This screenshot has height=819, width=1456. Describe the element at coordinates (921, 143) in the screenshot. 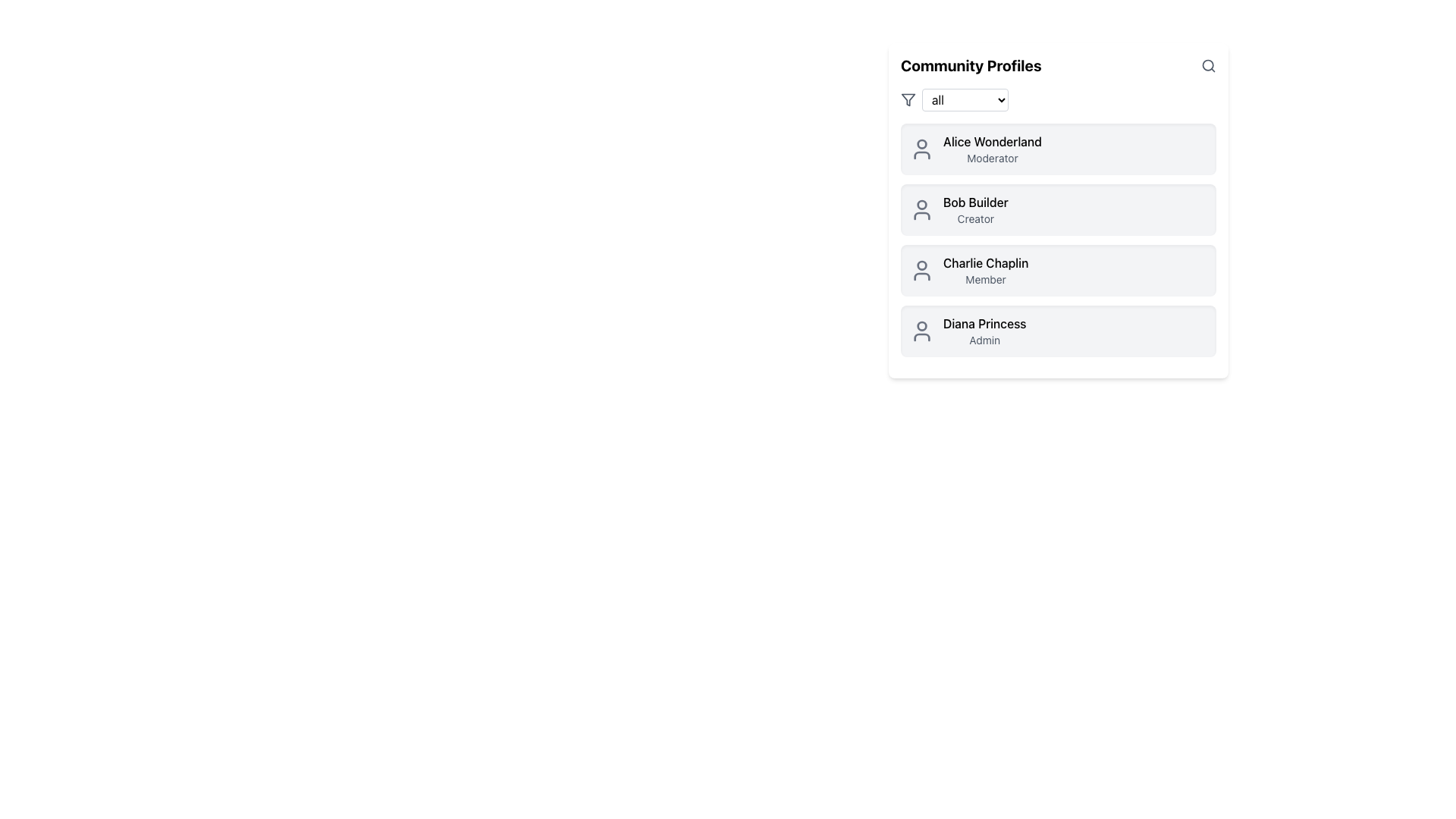

I see `the circular component that represents the head in the user profile icon for 'Alice Wonderland' located in the first row of the profile list` at that location.